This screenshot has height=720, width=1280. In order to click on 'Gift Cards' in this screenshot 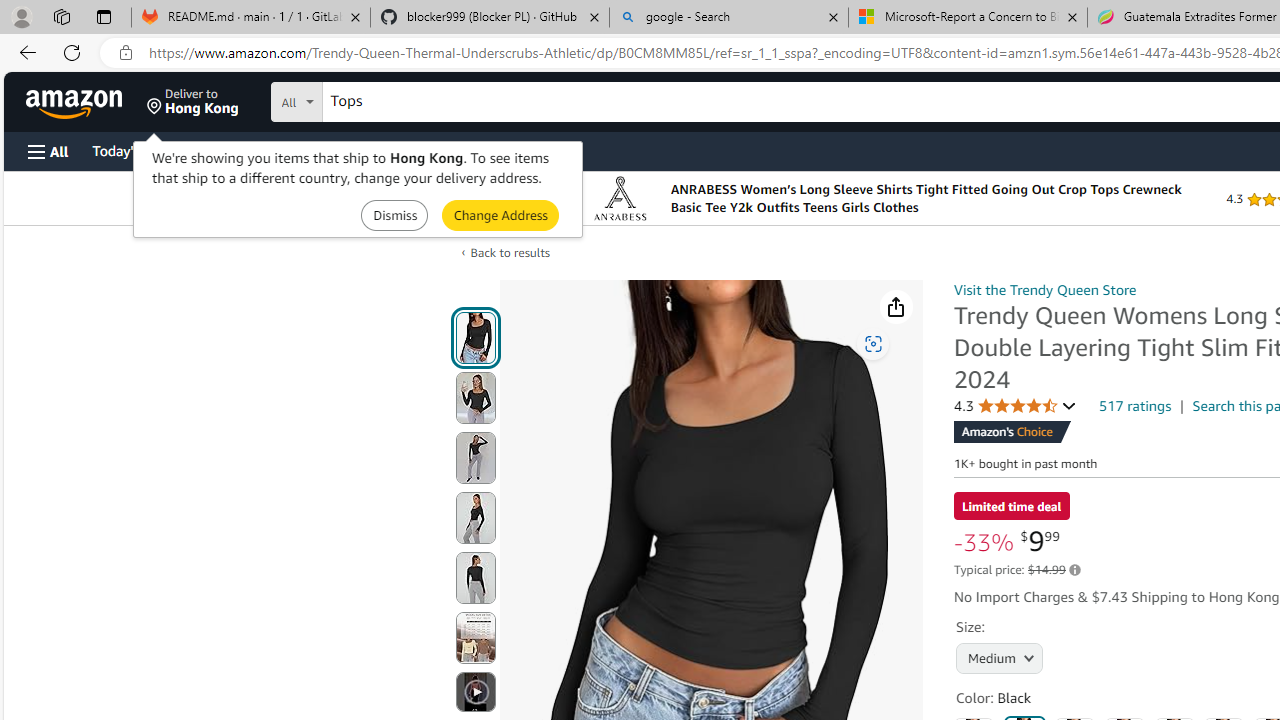, I will do `click(441, 149)`.